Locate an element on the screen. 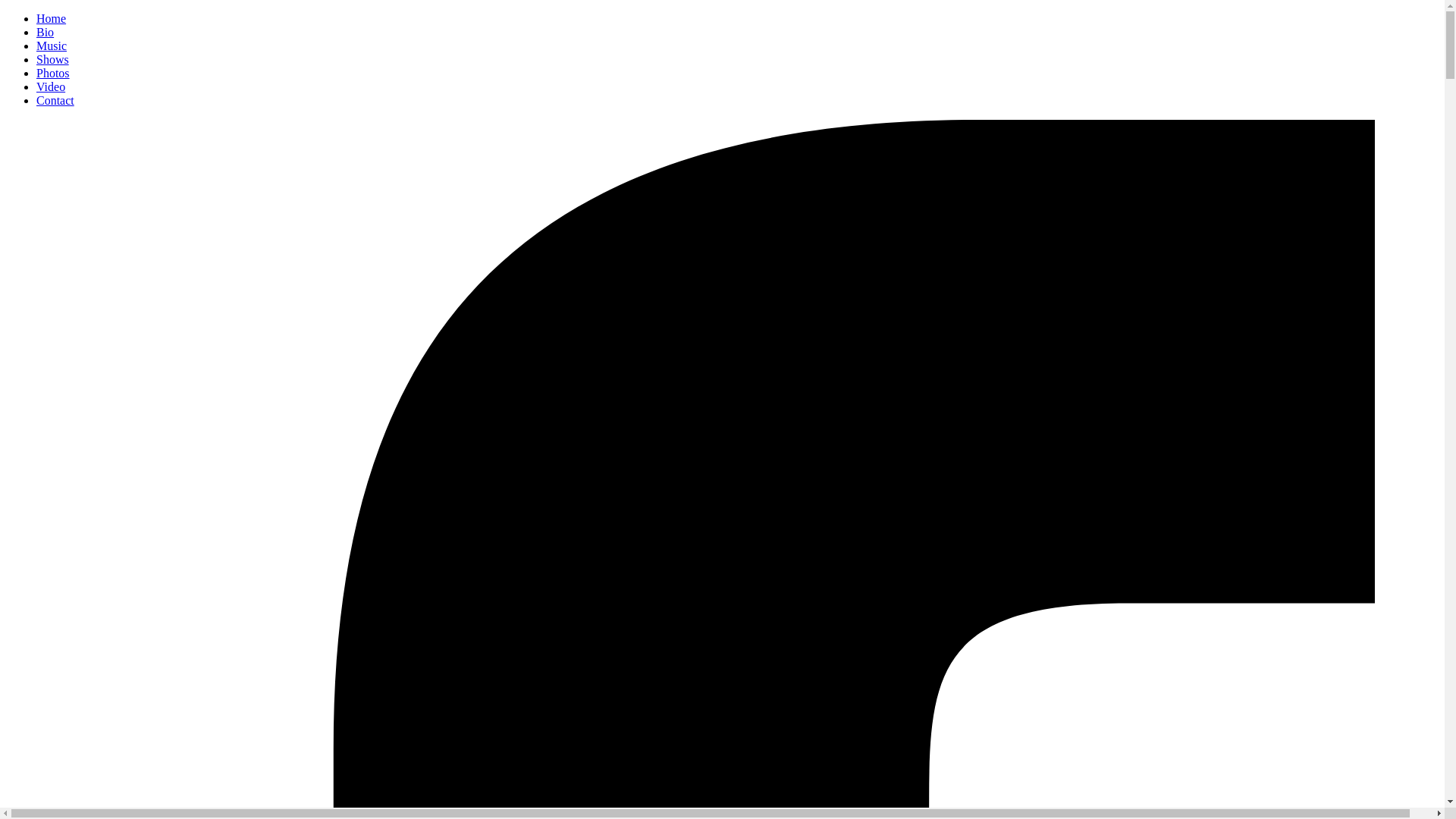 The image size is (1456, 819). 'Bio' is located at coordinates (45, 32).